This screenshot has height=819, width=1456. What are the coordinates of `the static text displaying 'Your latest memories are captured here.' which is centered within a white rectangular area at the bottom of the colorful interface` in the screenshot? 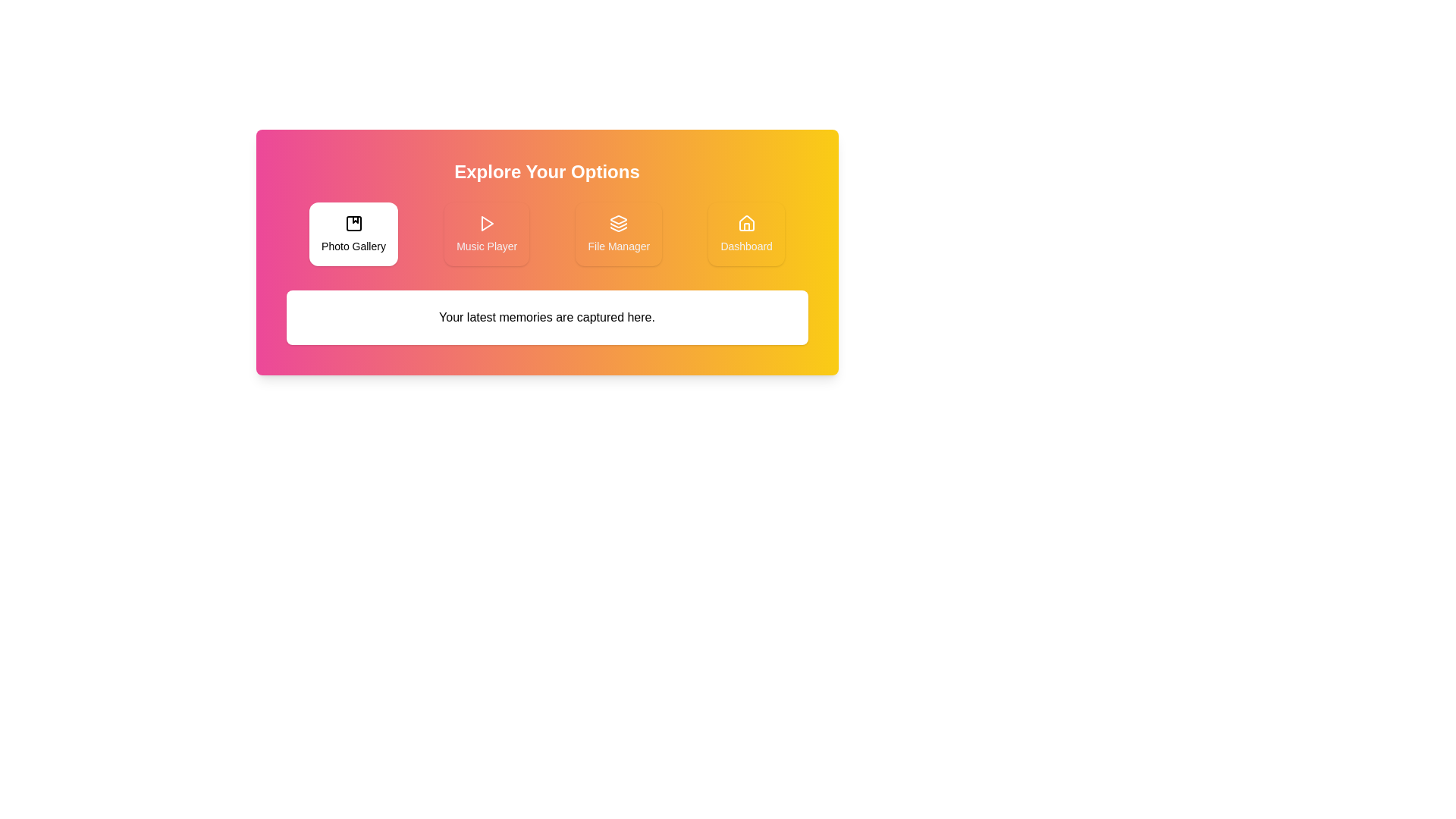 It's located at (546, 317).